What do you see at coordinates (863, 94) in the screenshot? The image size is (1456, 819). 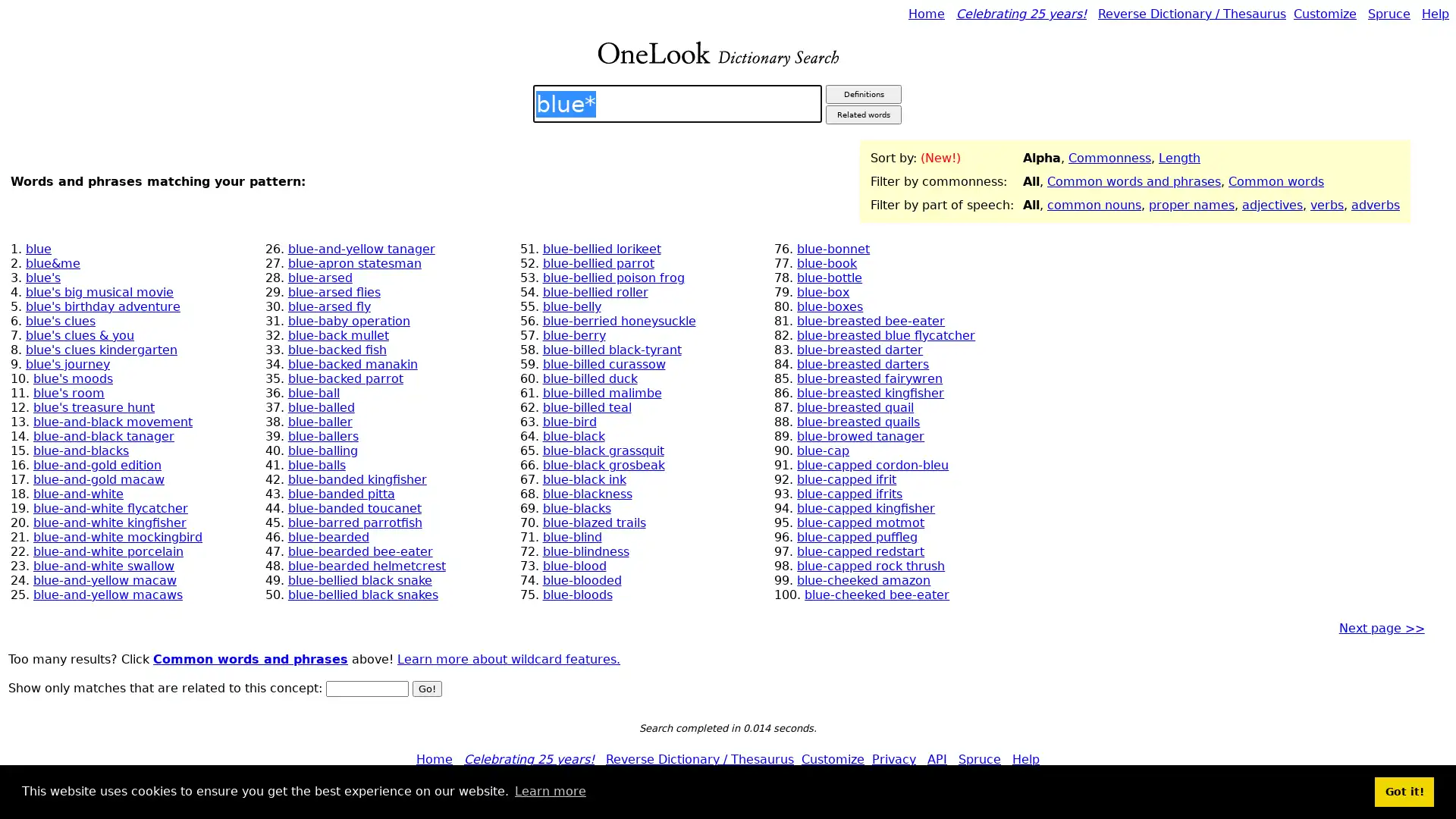 I see `Definitions` at bounding box center [863, 94].